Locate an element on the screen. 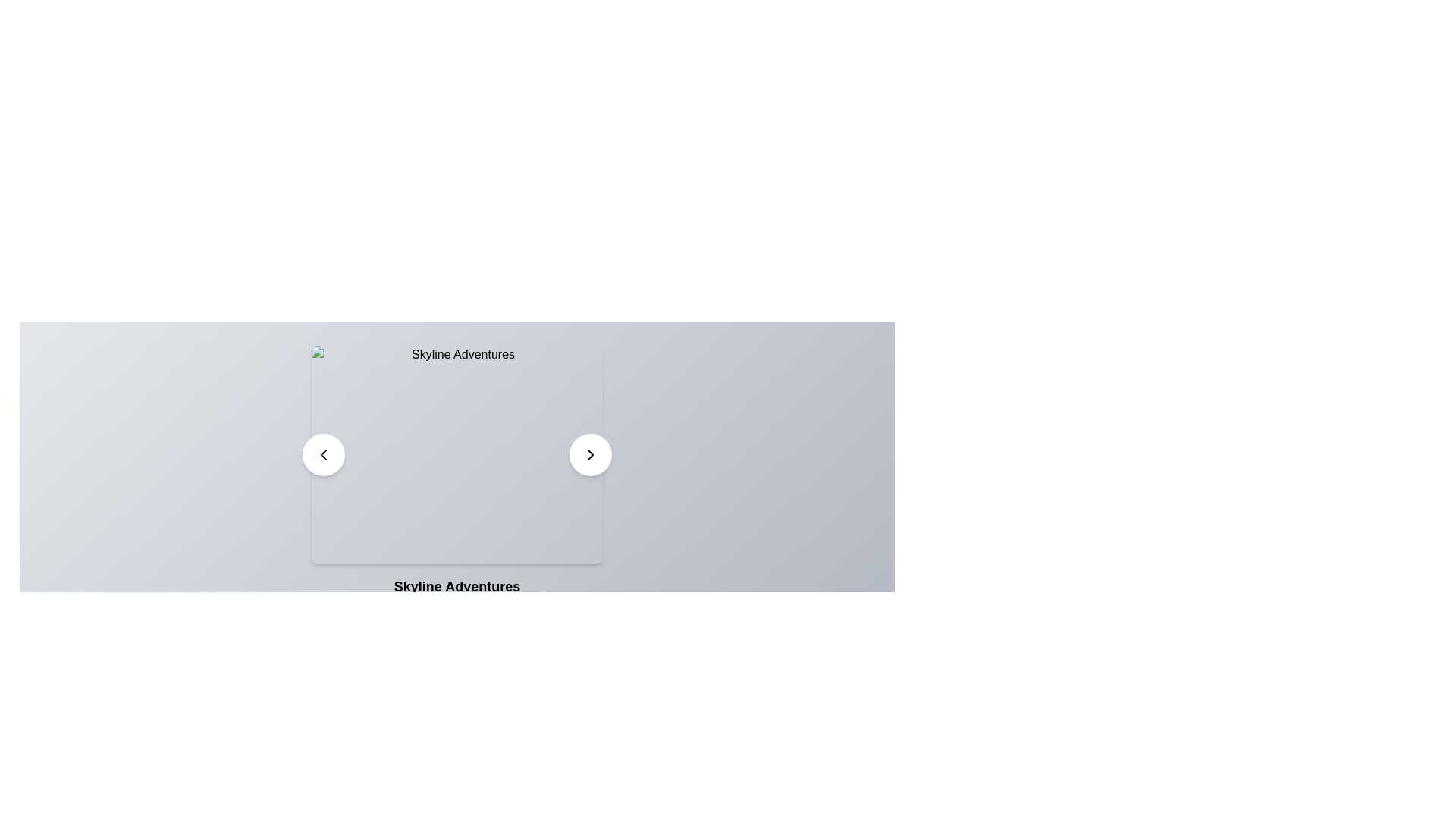  the circular white button with a right-facing chevron icon on the right side of the image display is located at coordinates (589, 454).